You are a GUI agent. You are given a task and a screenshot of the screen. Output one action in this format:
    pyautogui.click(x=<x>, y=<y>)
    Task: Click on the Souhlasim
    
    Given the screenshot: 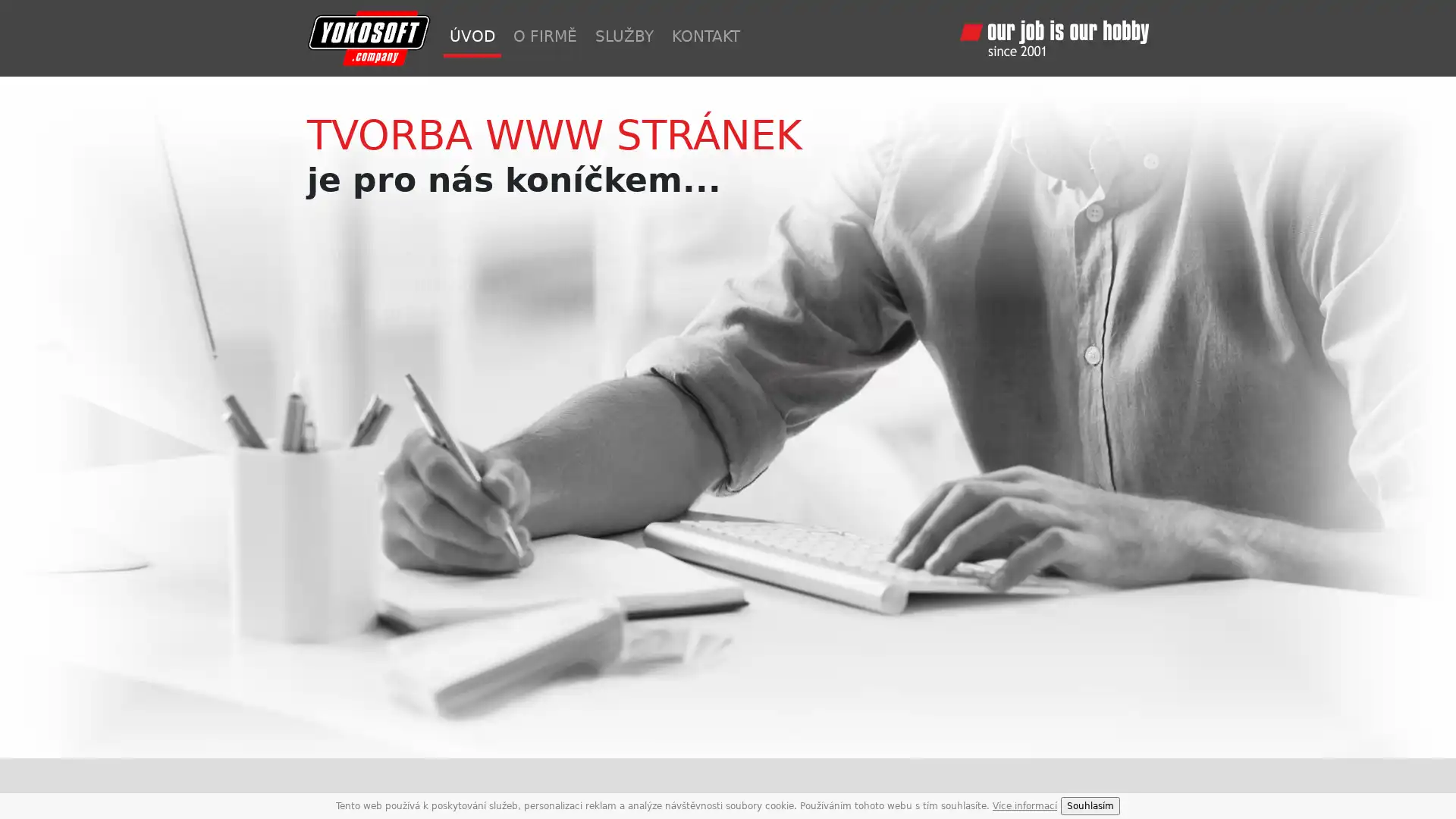 What is the action you would take?
    pyautogui.click(x=1090, y=805)
    